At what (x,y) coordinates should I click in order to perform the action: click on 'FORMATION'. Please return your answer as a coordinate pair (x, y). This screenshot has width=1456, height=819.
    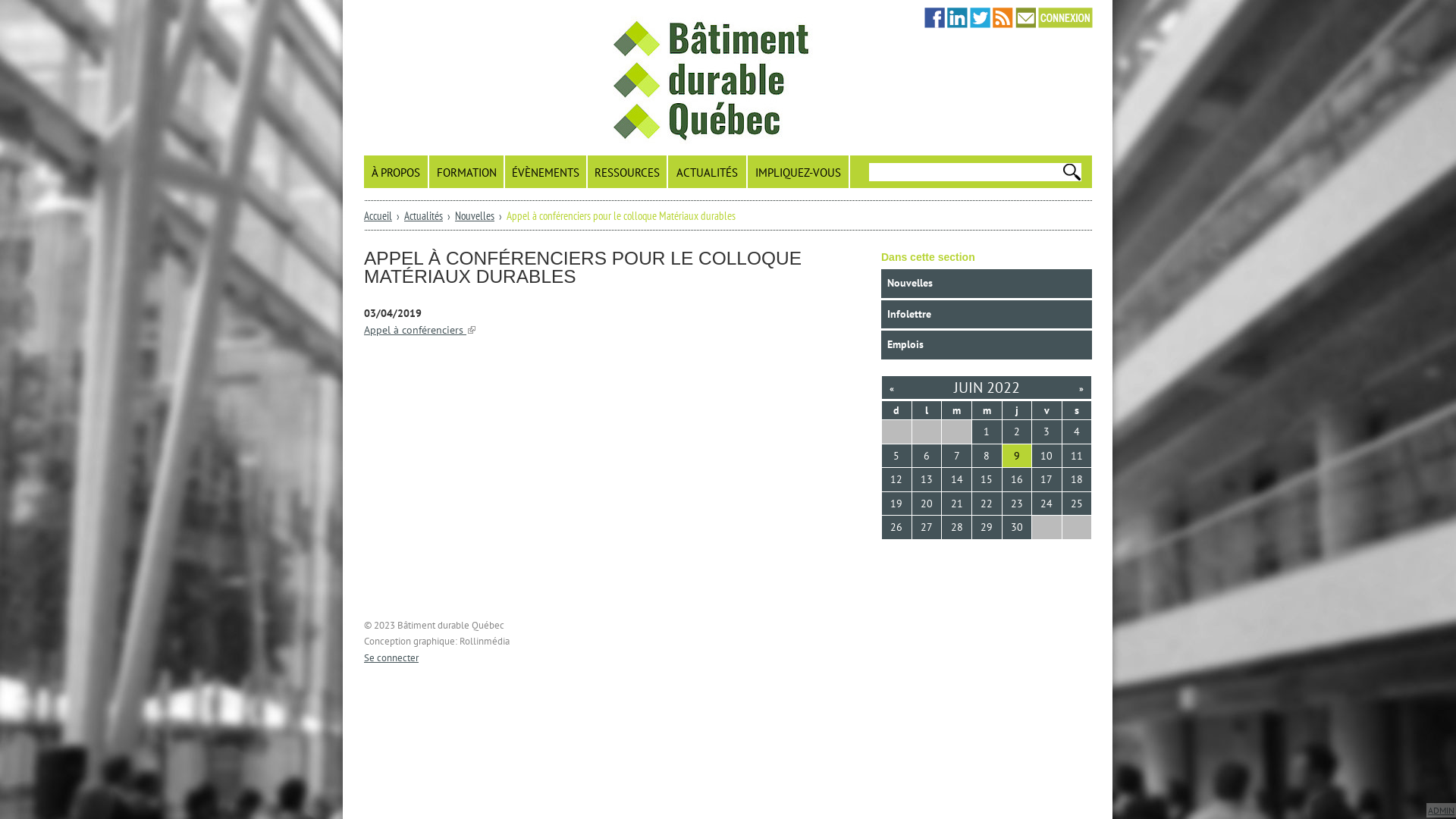
    Looking at the image, I should click on (466, 171).